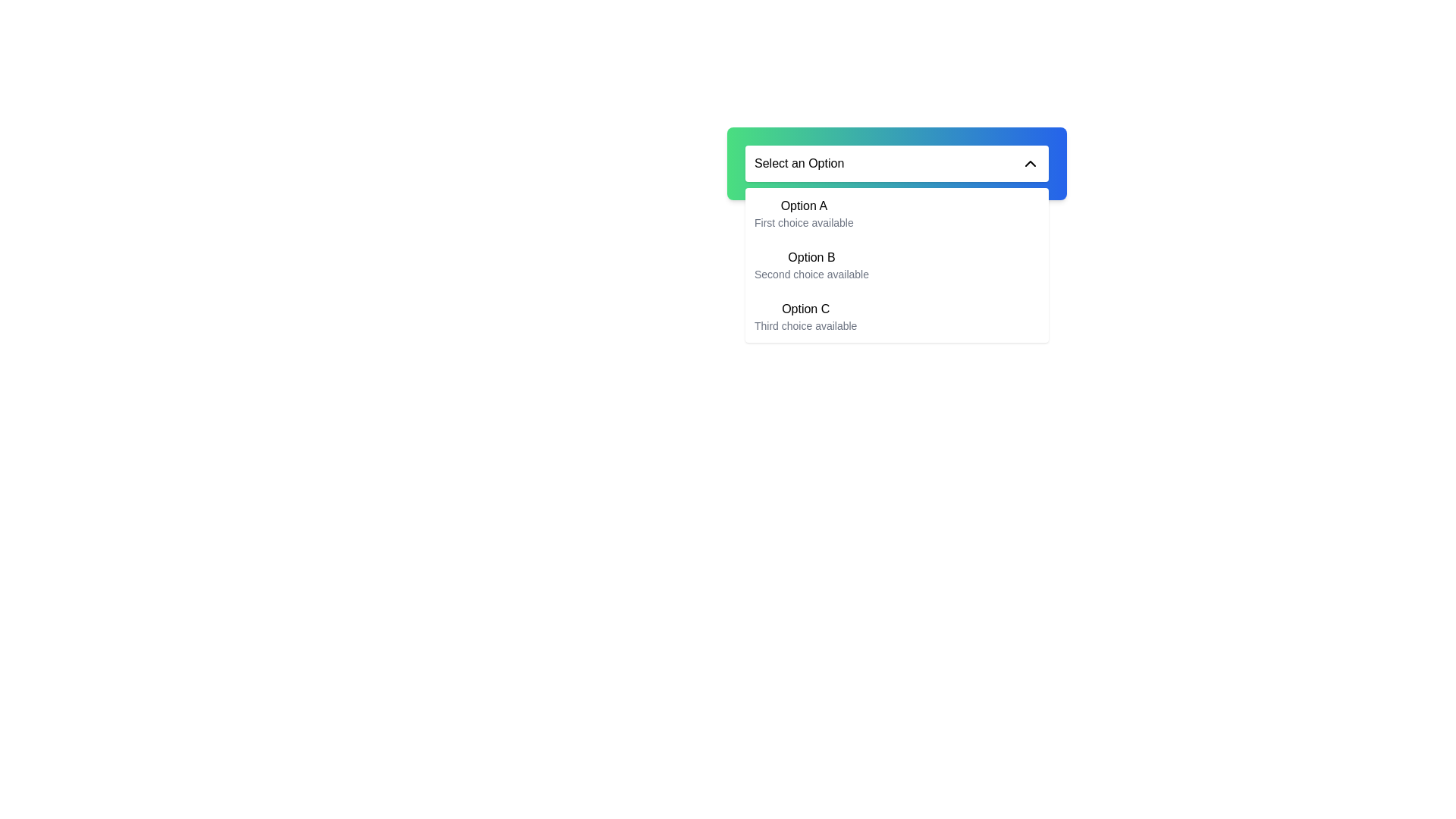  I want to click on the dropdown menu titled 'Select an Option', so click(896, 164).